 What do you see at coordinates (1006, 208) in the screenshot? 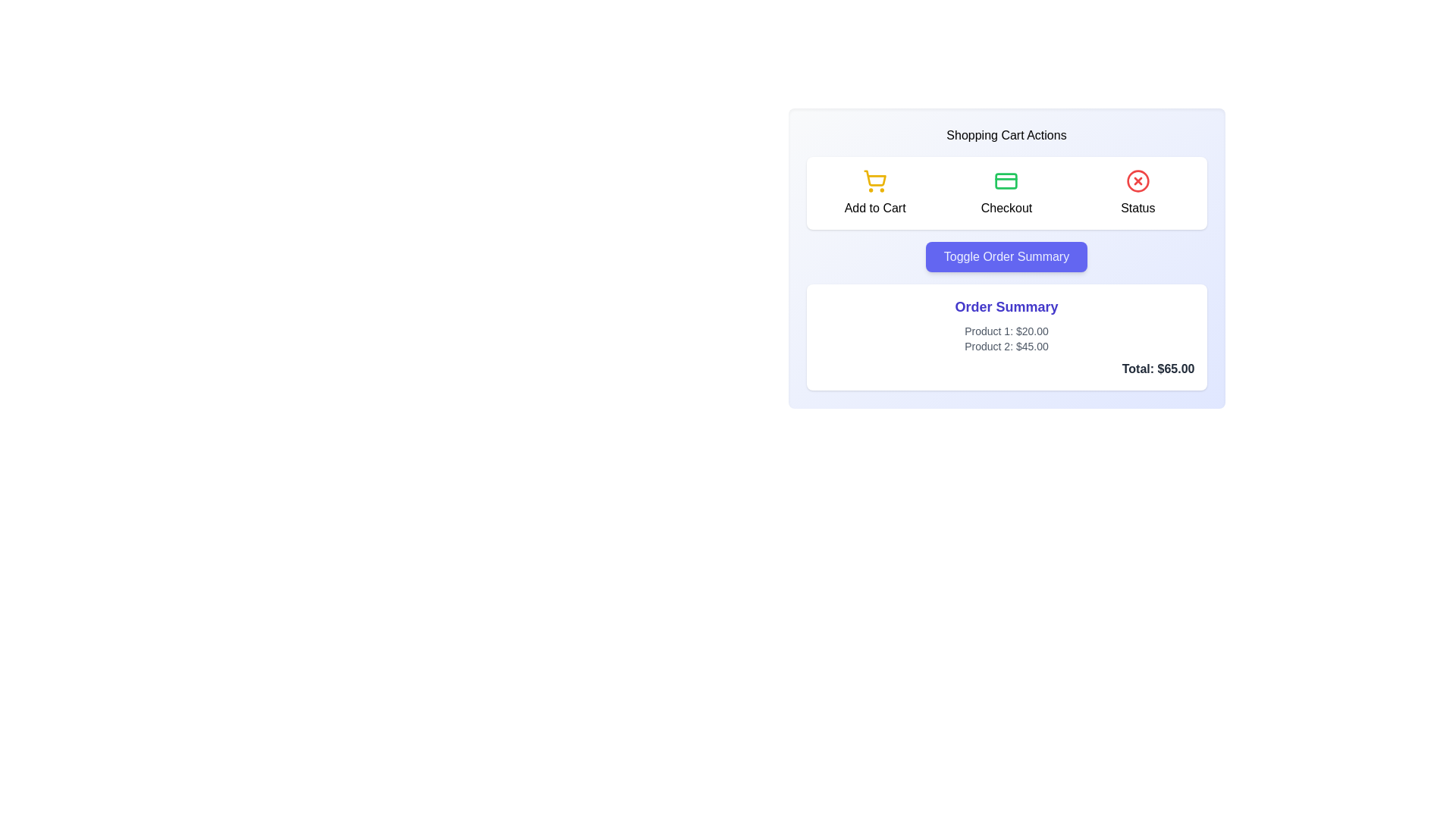
I see `the 'Checkout' text label, which is rendered in black font and located beneath a green credit card icon, to initiate the checkout process` at bounding box center [1006, 208].